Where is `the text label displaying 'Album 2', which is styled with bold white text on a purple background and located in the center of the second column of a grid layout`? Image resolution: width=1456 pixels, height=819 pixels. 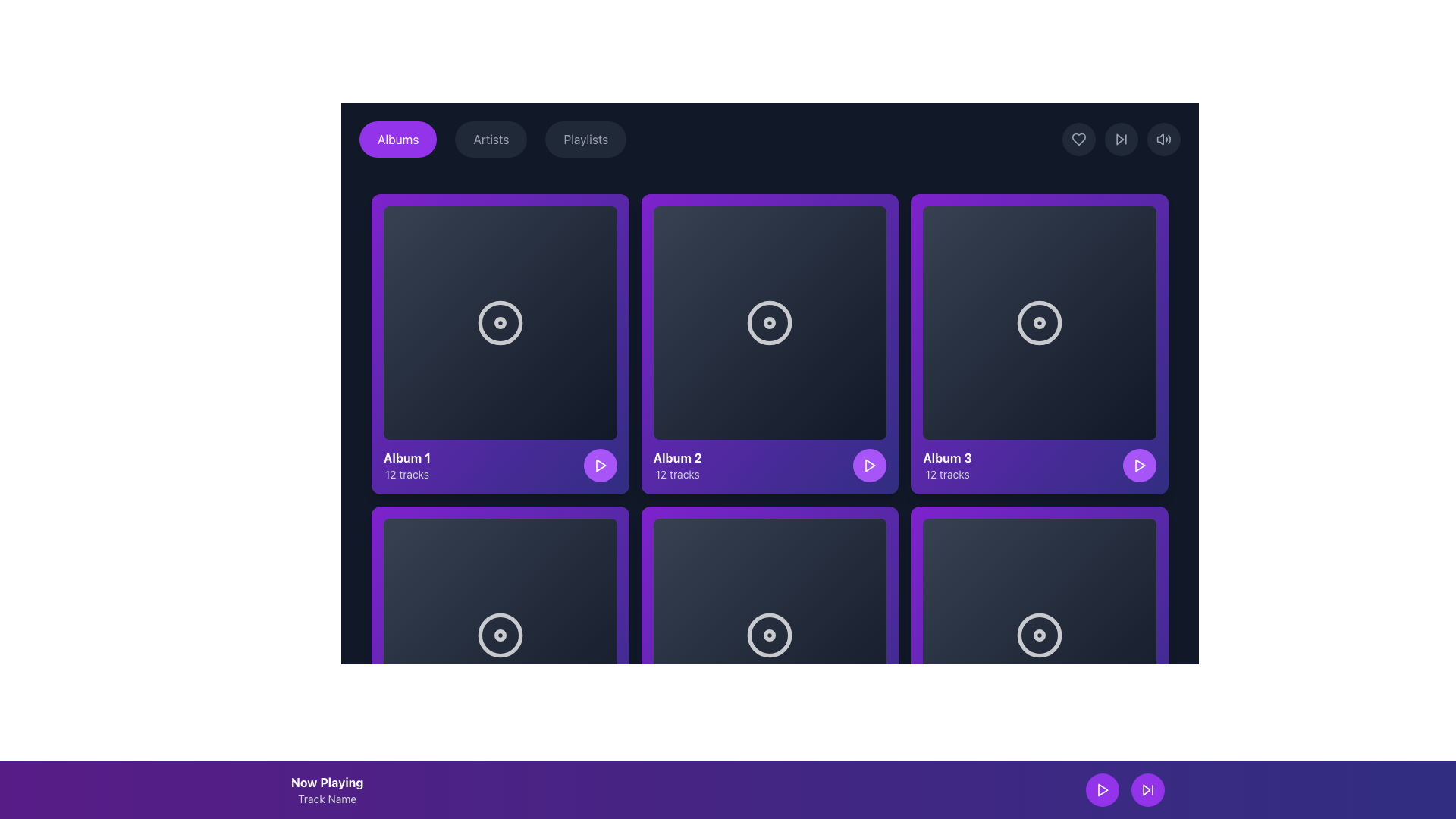 the text label displaying 'Album 2', which is styled with bold white text on a purple background and located in the center of the second column of a grid layout is located at coordinates (676, 457).